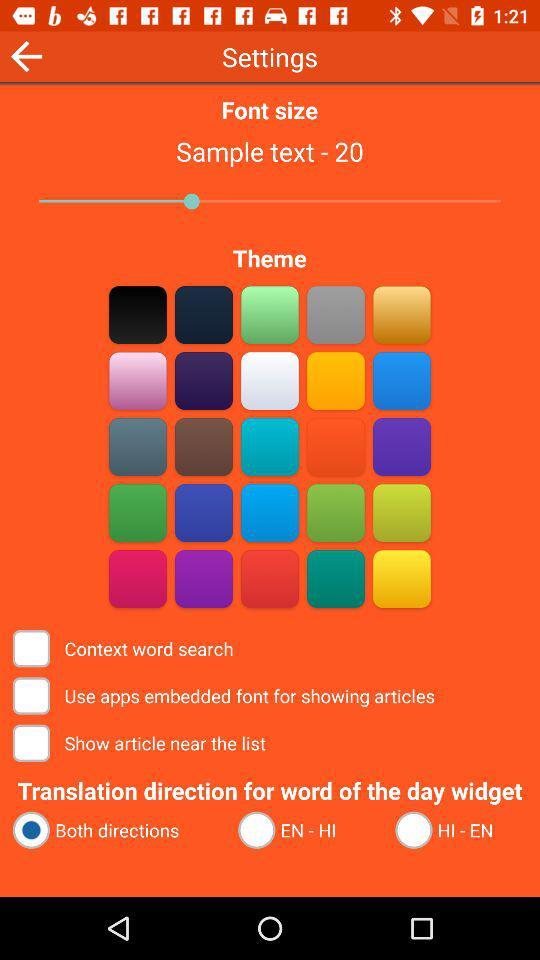  I want to click on flashes green yellow, so click(335, 512).